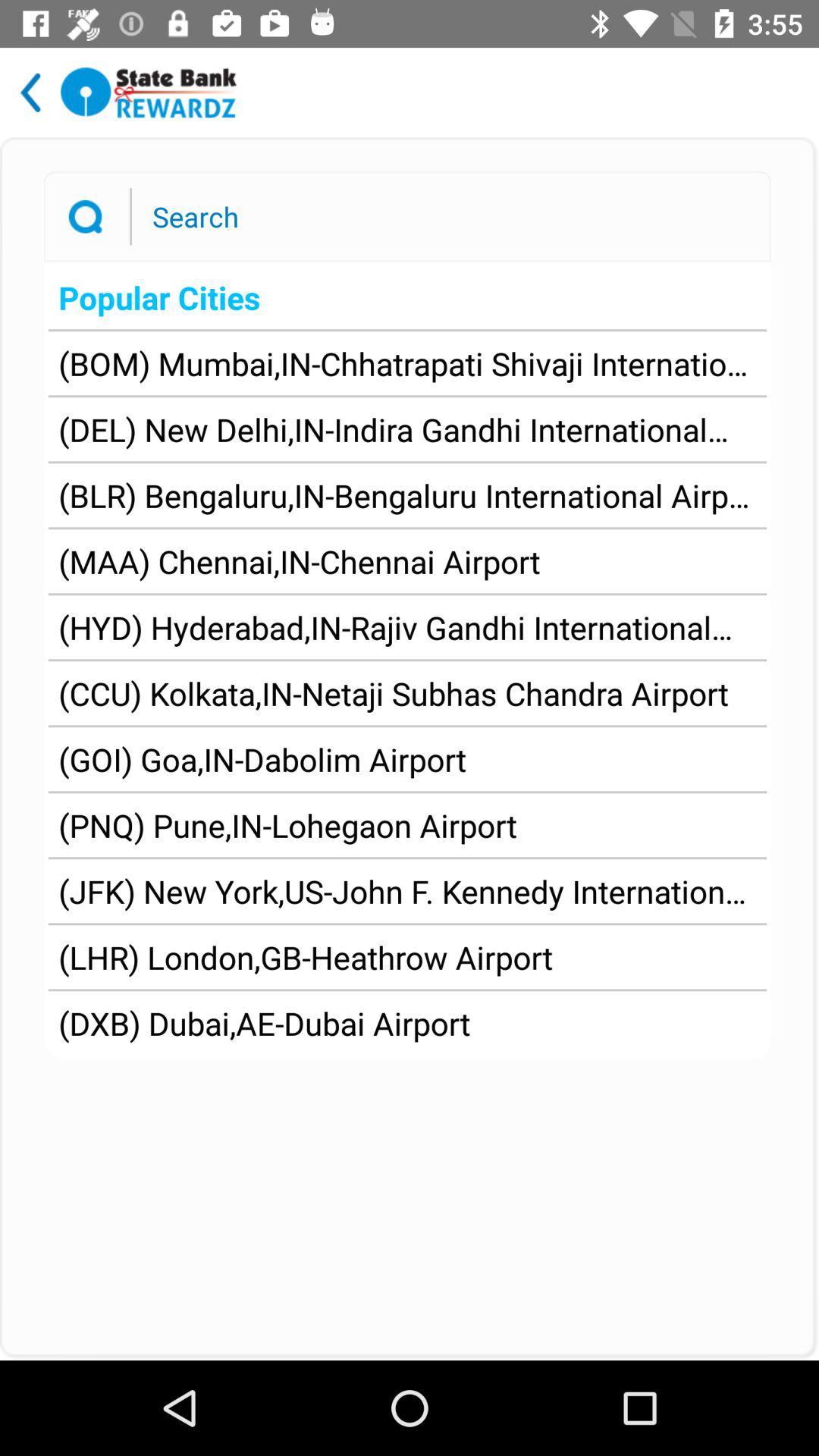 This screenshot has height=1456, width=819. I want to click on the bom mumbai in app, so click(406, 362).